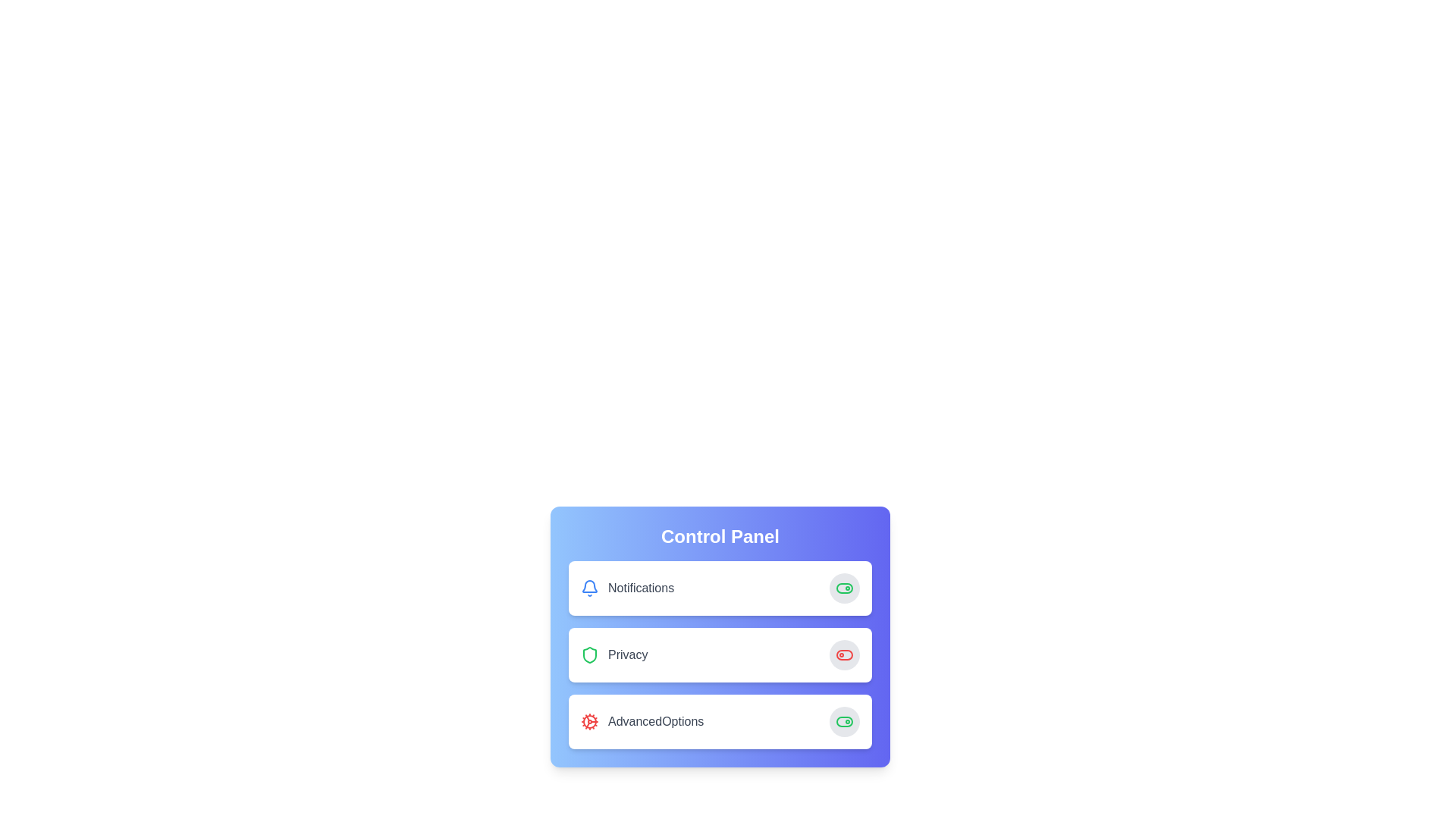 The height and width of the screenshot is (819, 1456). What do you see at coordinates (656, 721) in the screenshot?
I see `the context of the 'Advanced Options' text label, which is styled with a medium-weight font` at bounding box center [656, 721].